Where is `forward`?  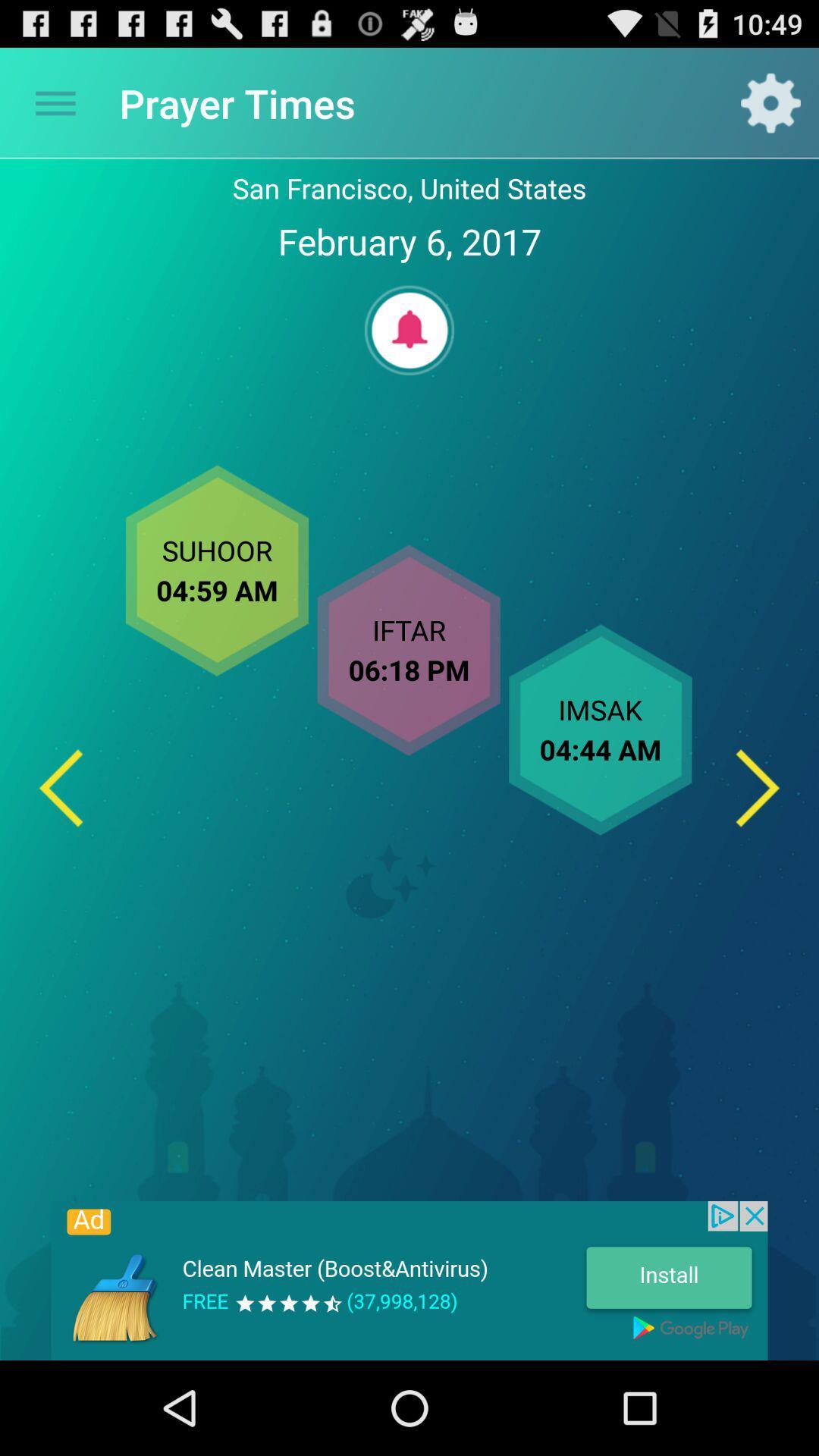
forward is located at coordinates (758, 788).